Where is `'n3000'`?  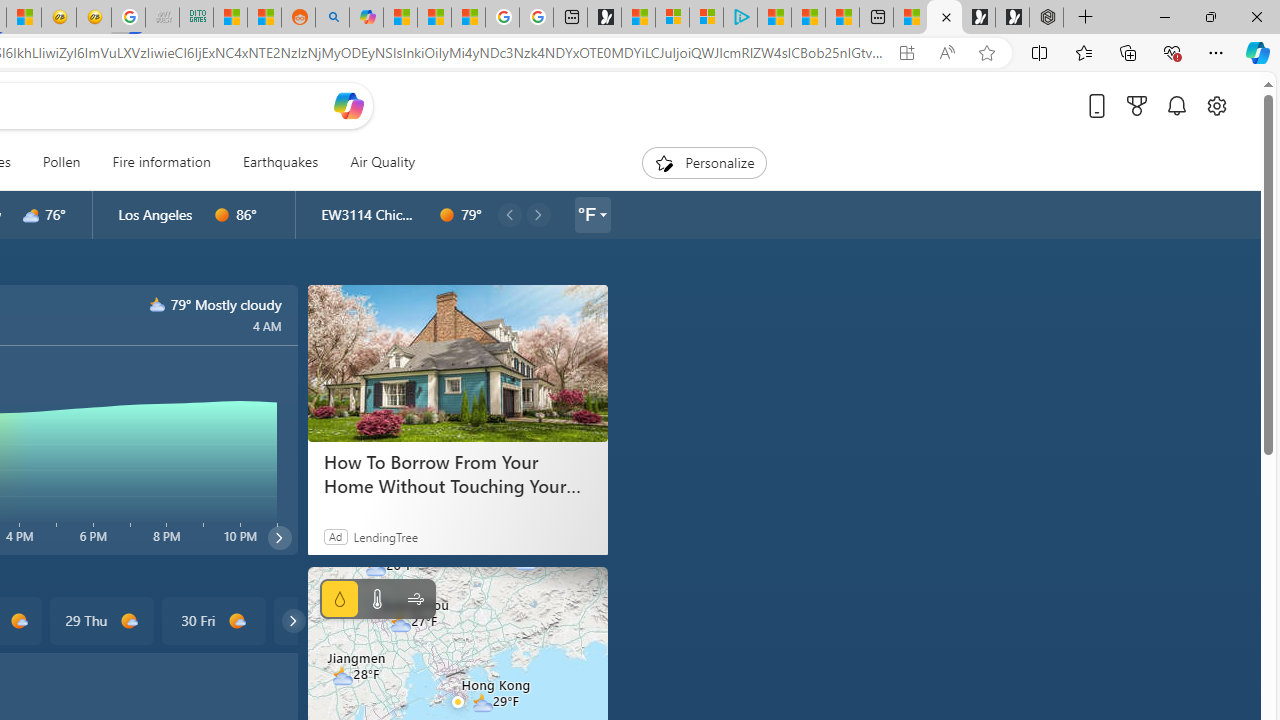 'n3000' is located at coordinates (157, 304).